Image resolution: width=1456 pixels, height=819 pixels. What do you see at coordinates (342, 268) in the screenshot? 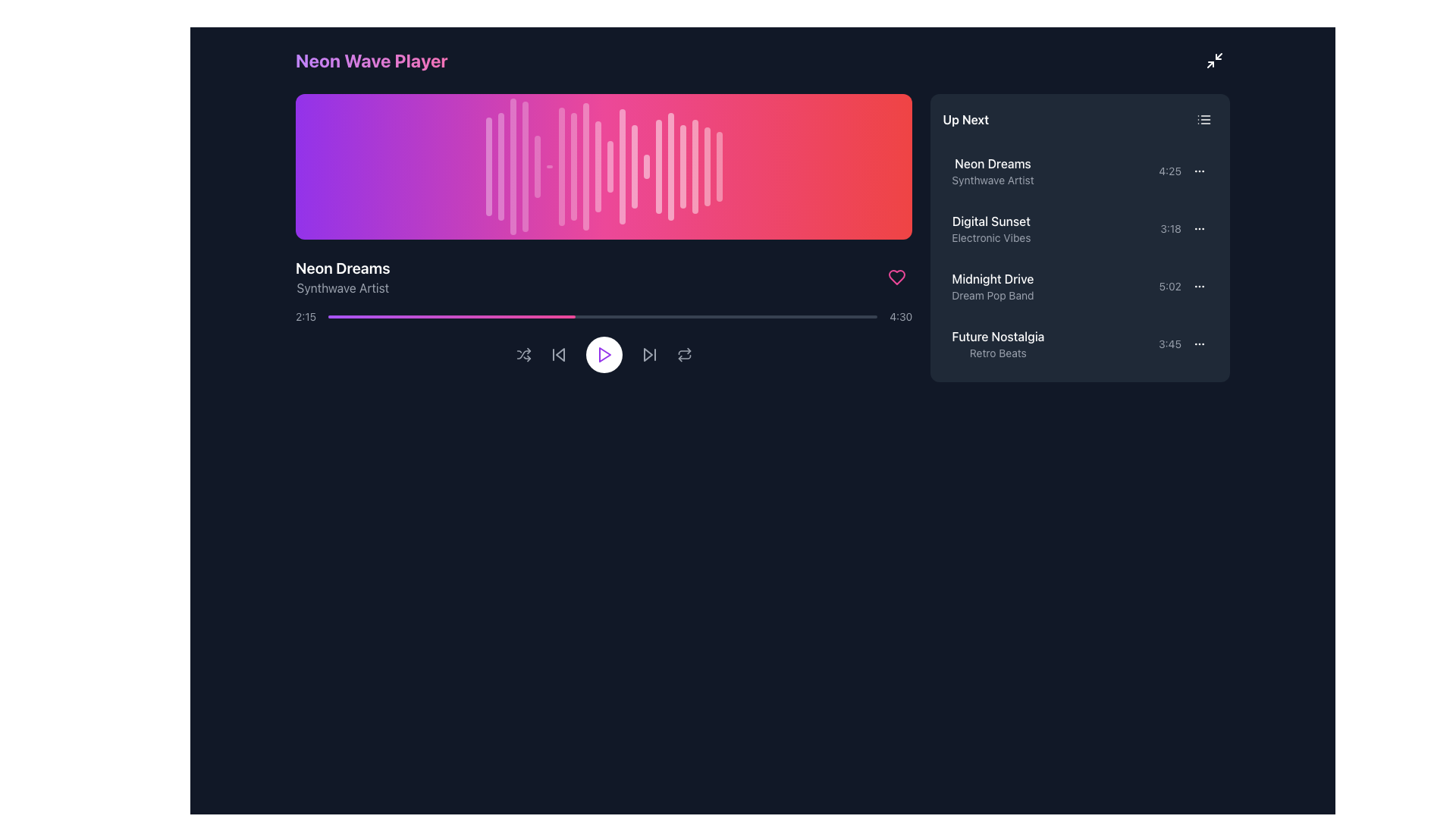
I see `the text label displaying 'Neon Dreams' in bold, larger white font against a dark background, located in the left-central portion of the interface` at bounding box center [342, 268].